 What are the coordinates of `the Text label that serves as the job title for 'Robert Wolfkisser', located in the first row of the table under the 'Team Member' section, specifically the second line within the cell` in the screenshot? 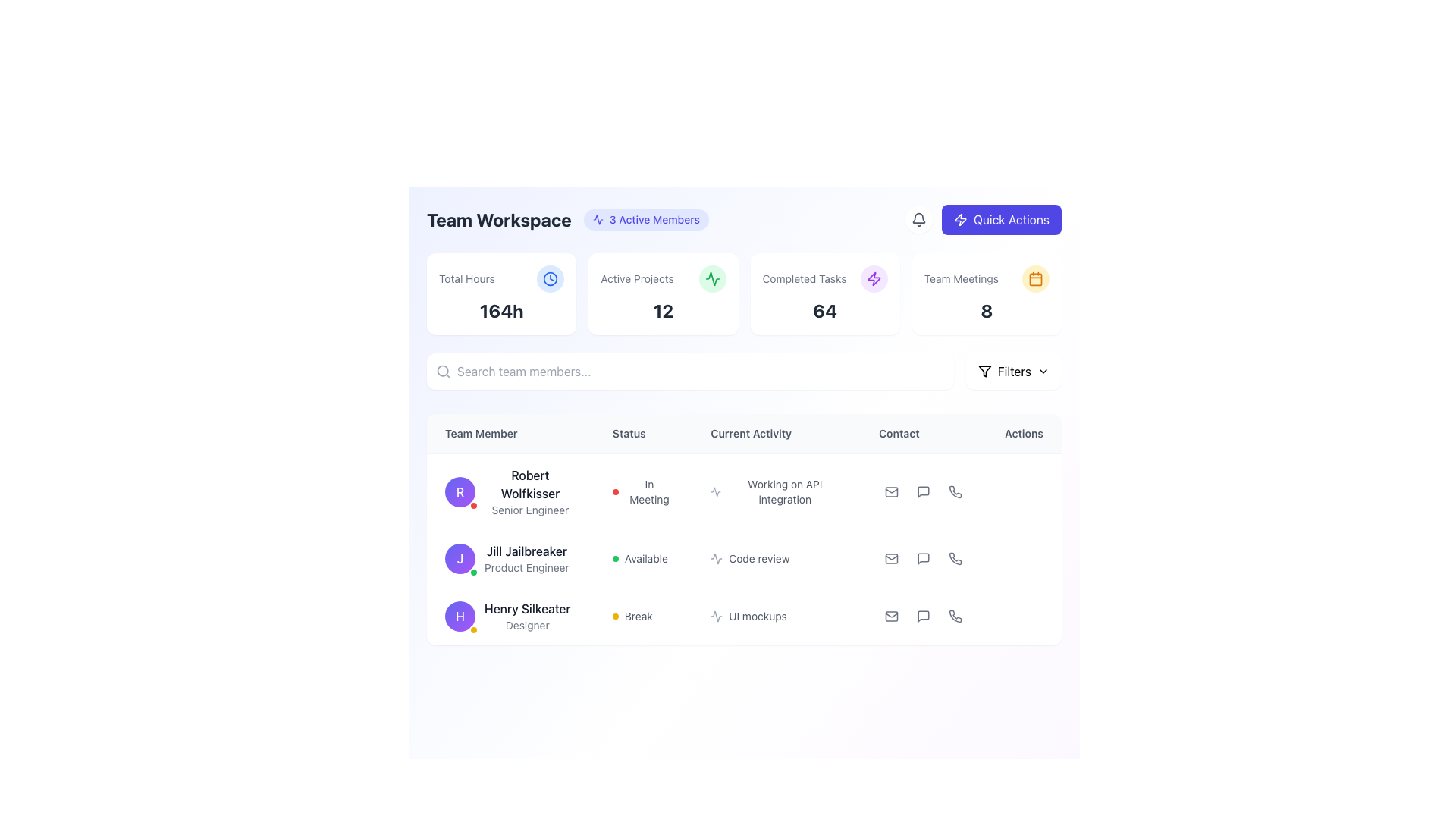 It's located at (530, 510).